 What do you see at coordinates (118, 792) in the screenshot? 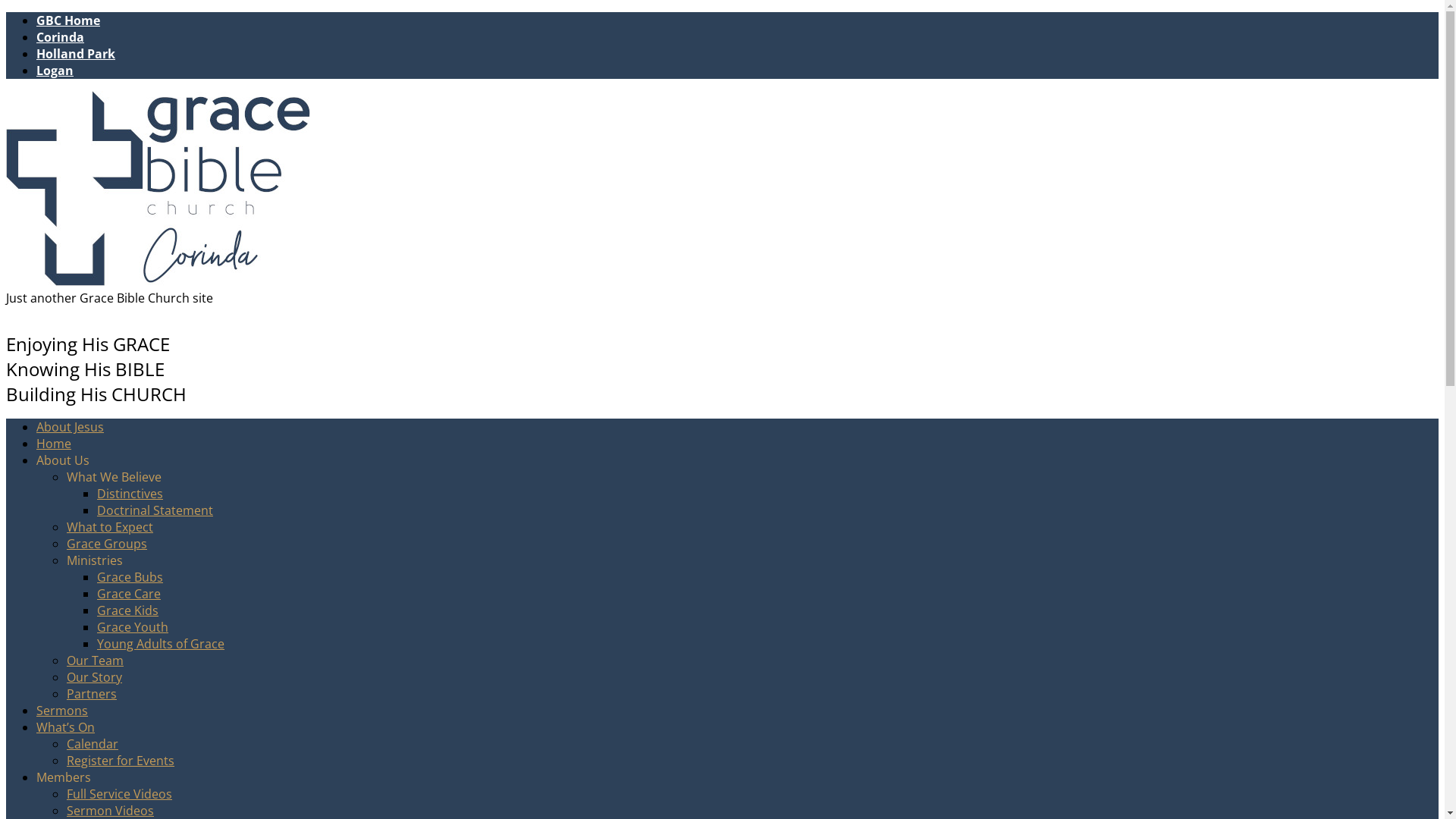
I see `'Full Service Videos'` at bounding box center [118, 792].